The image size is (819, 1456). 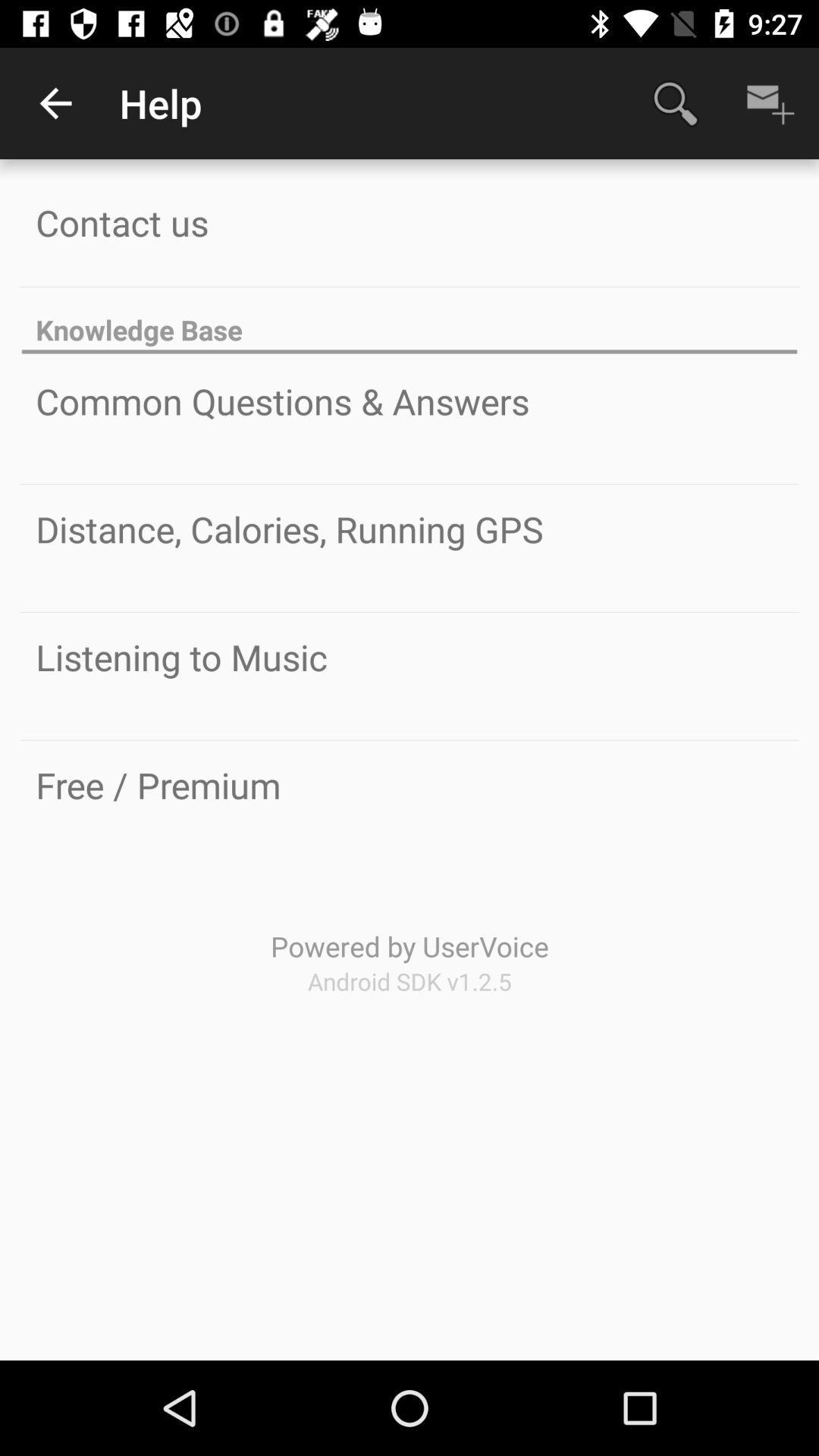 What do you see at coordinates (55, 102) in the screenshot?
I see `the app next to help item` at bounding box center [55, 102].